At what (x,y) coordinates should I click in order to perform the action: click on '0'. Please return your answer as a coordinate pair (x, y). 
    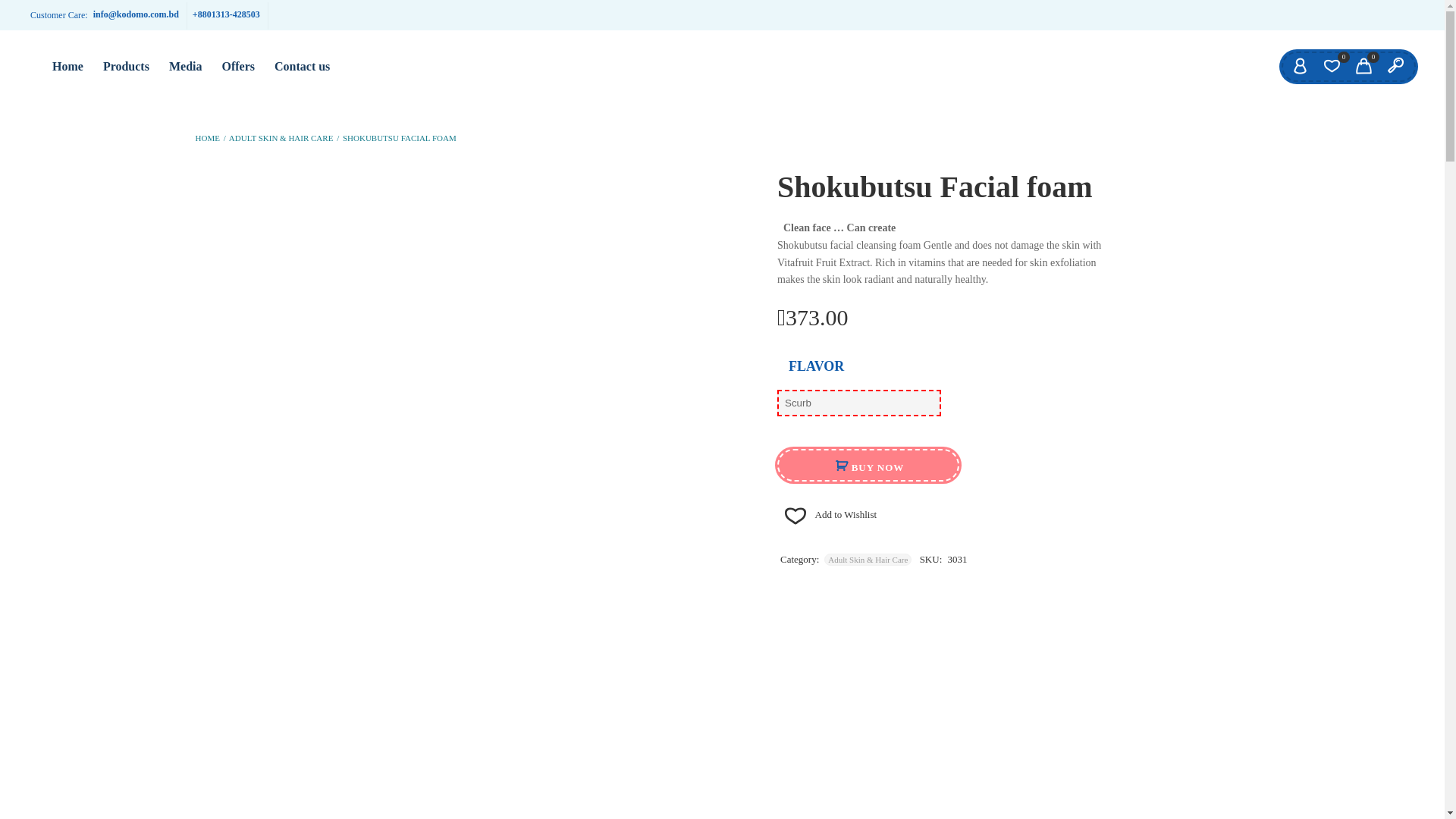
    Looking at the image, I should click on (1331, 66).